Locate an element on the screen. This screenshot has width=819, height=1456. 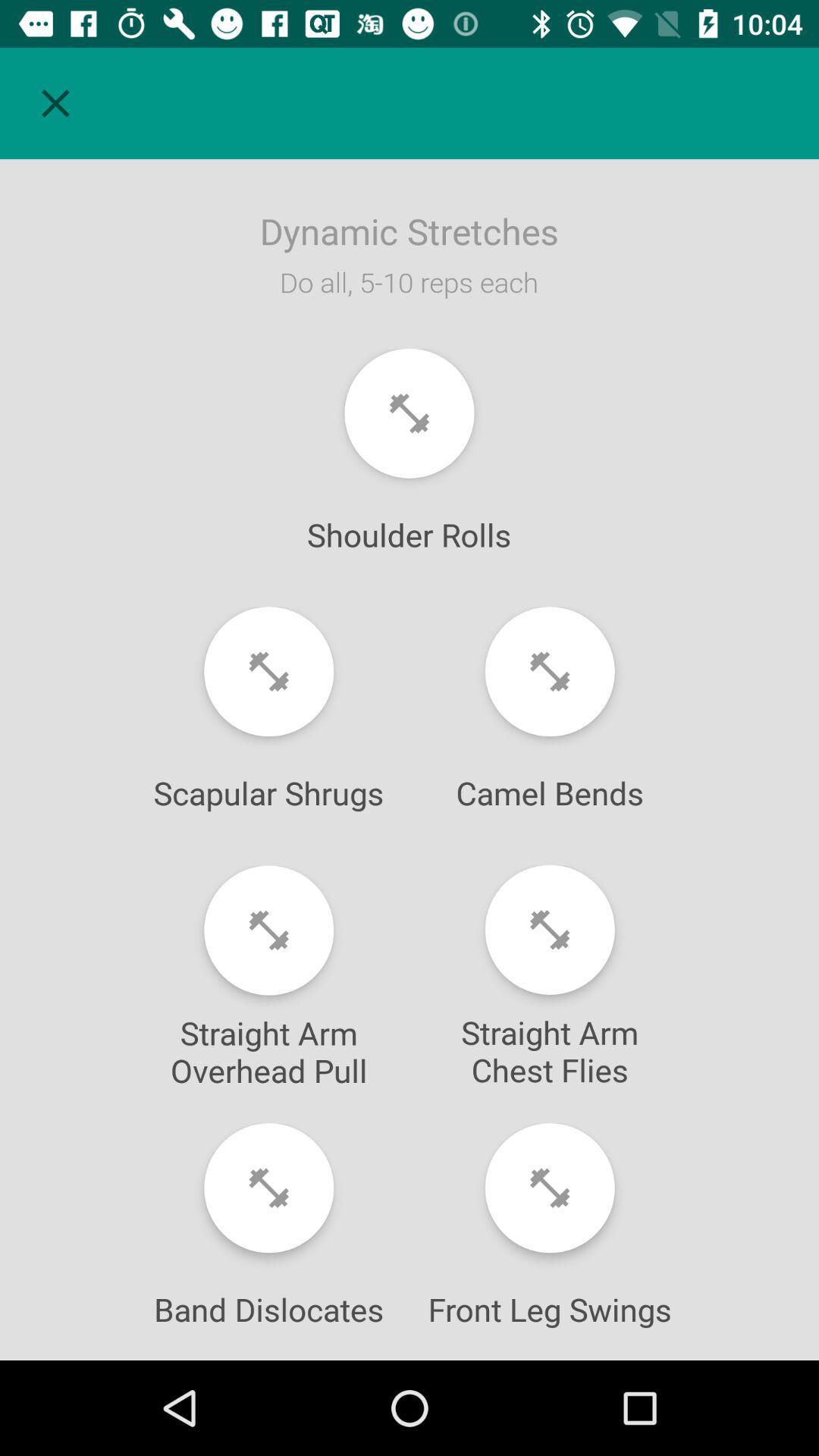
direction of swing is located at coordinates (550, 1187).